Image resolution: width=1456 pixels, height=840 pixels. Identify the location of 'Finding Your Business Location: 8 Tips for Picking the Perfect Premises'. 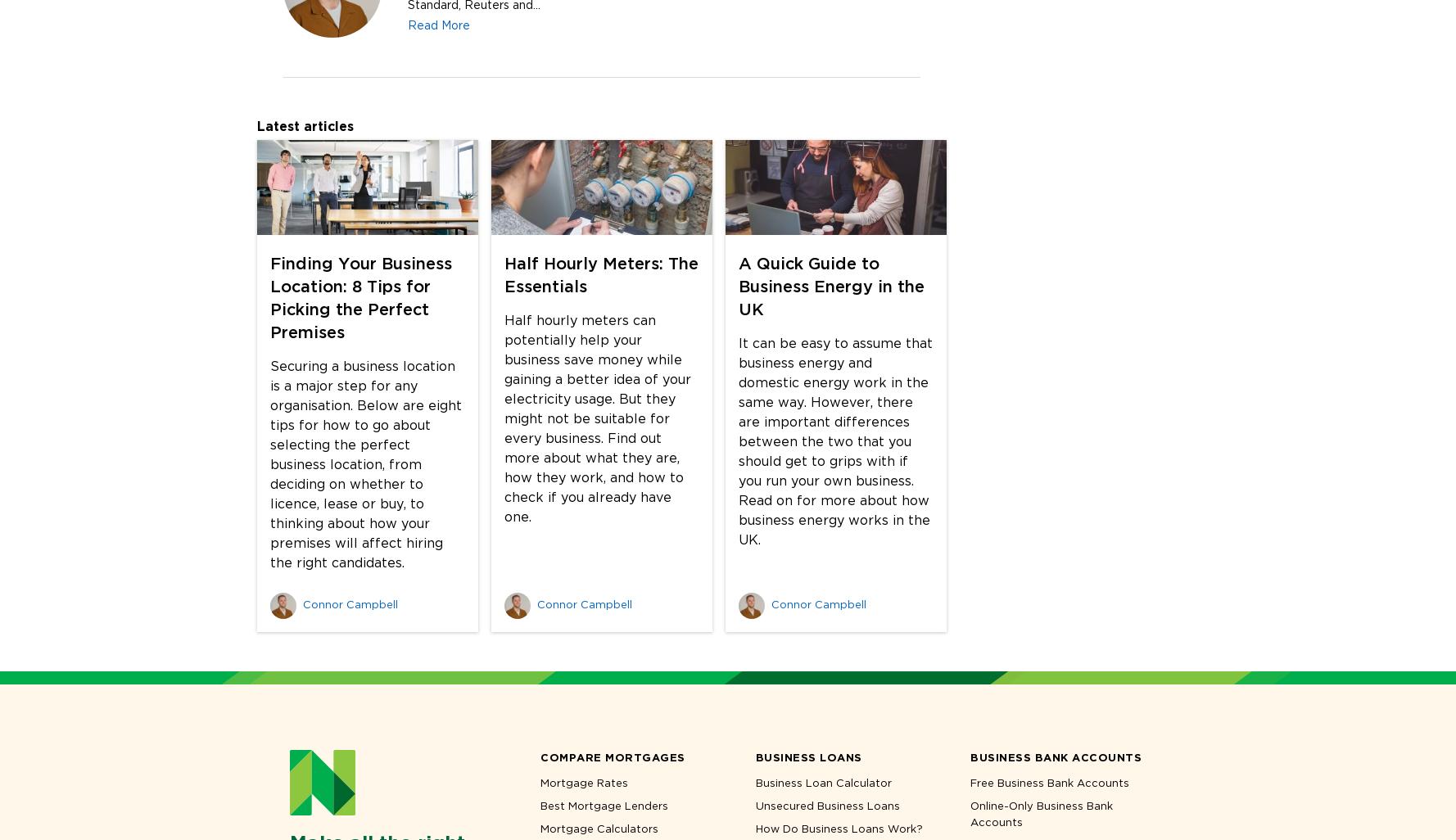
(360, 296).